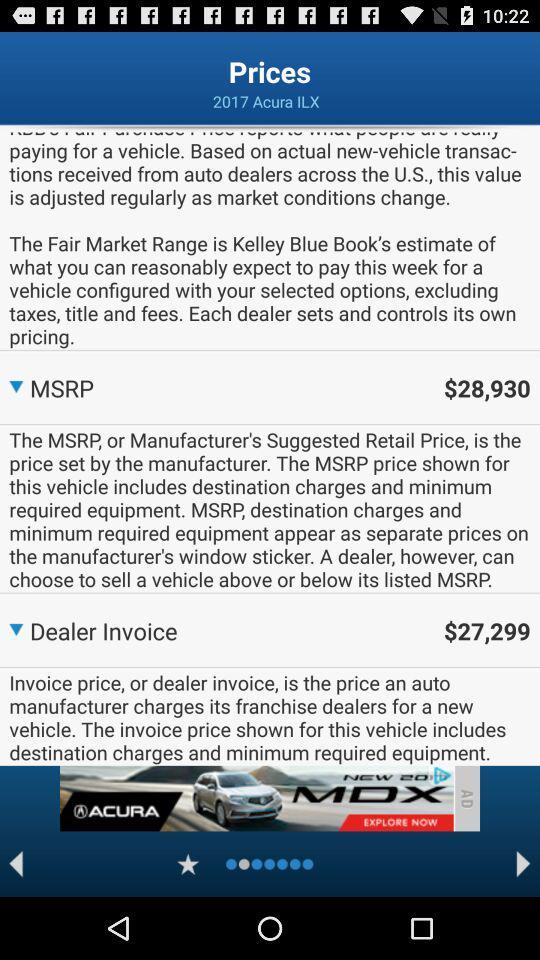  Describe the element at coordinates (256, 798) in the screenshot. I see `clickable advertisement` at that location.